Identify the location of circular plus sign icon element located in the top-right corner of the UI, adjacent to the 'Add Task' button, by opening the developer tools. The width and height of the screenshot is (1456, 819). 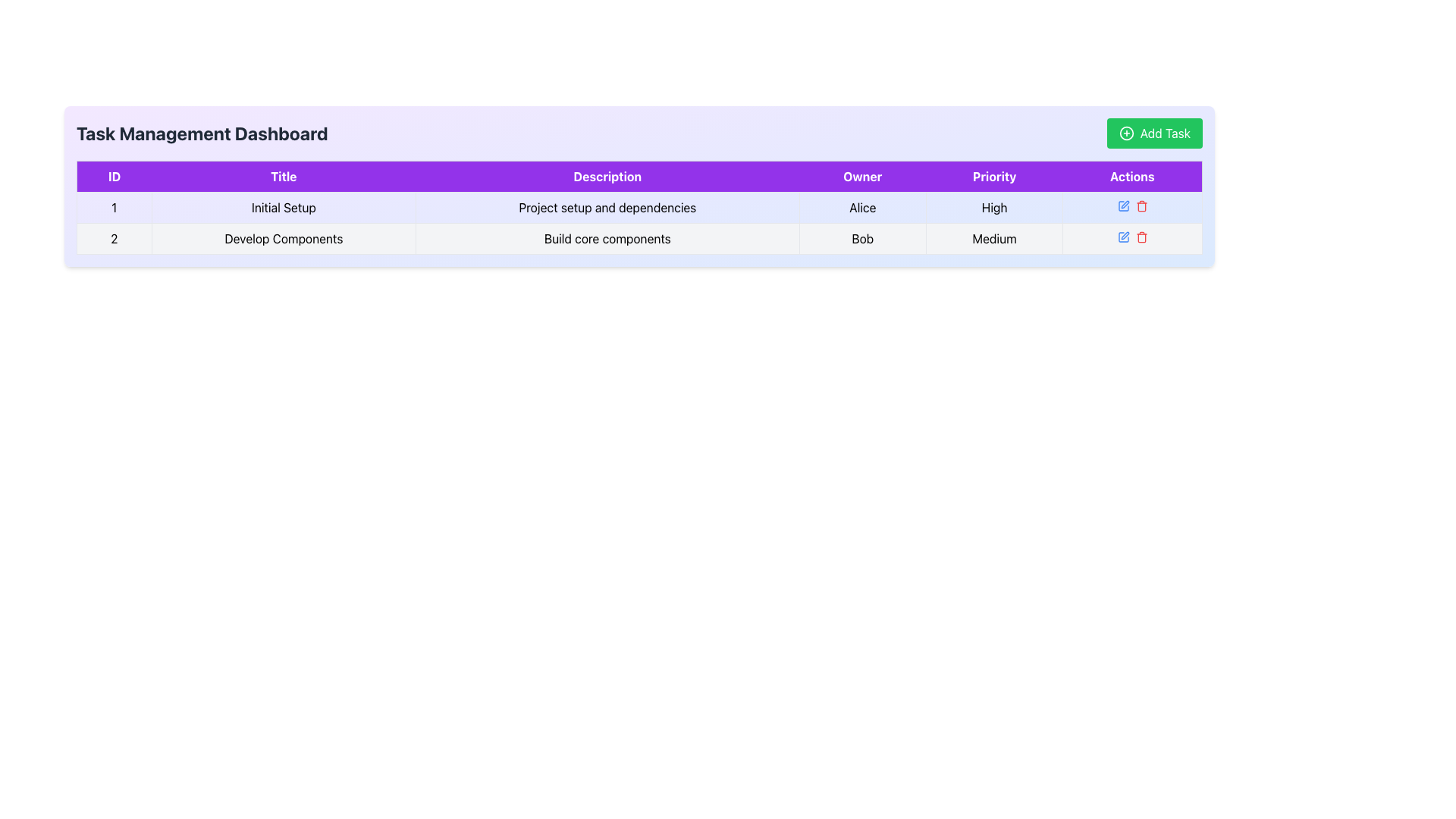
(1126, 133).